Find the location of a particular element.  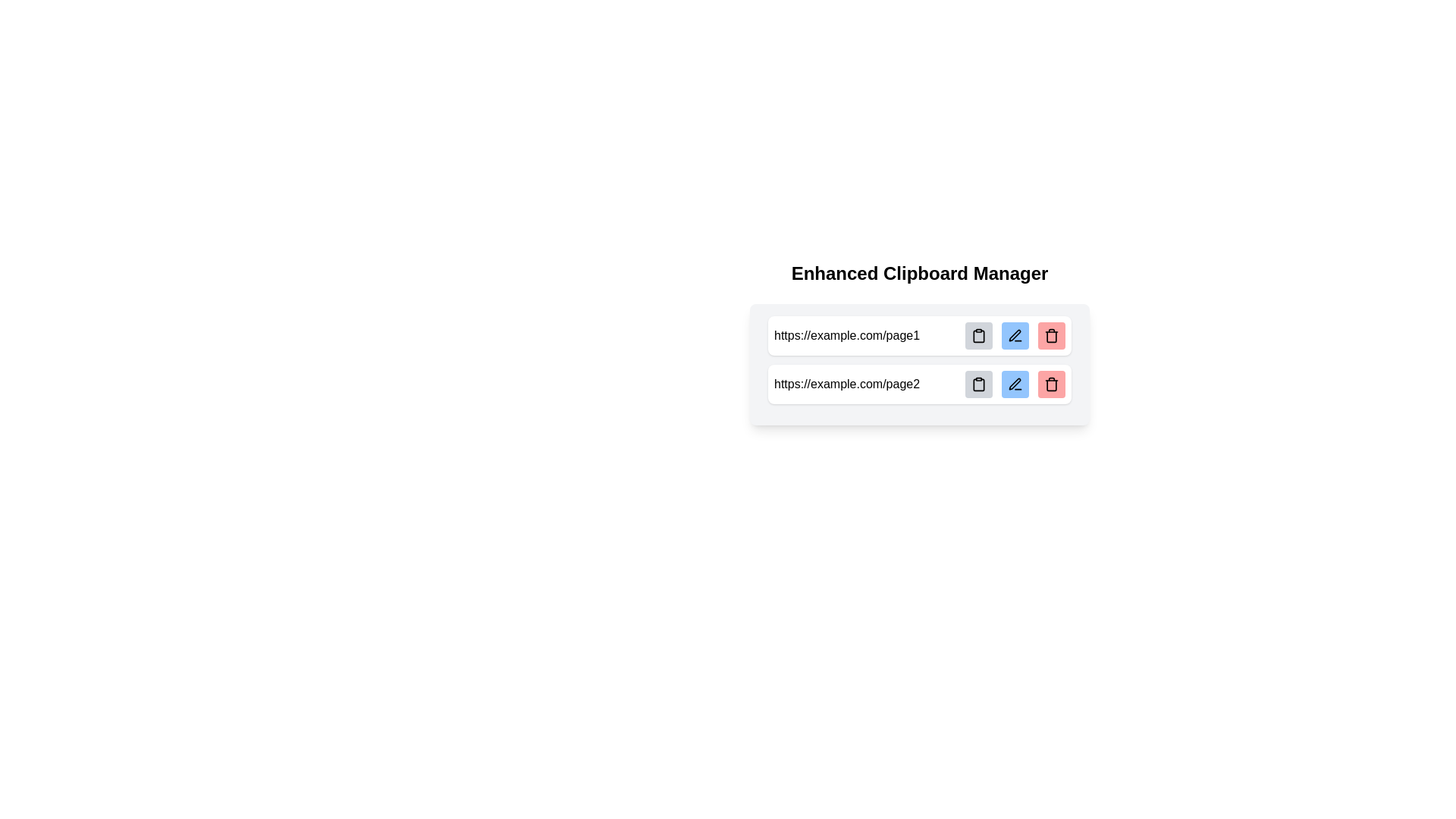

the trash bin icon, which symbolizes a delete action for the associated clipboard item, located in the rightmost section of the second row is located at coordinates (1051, 335).